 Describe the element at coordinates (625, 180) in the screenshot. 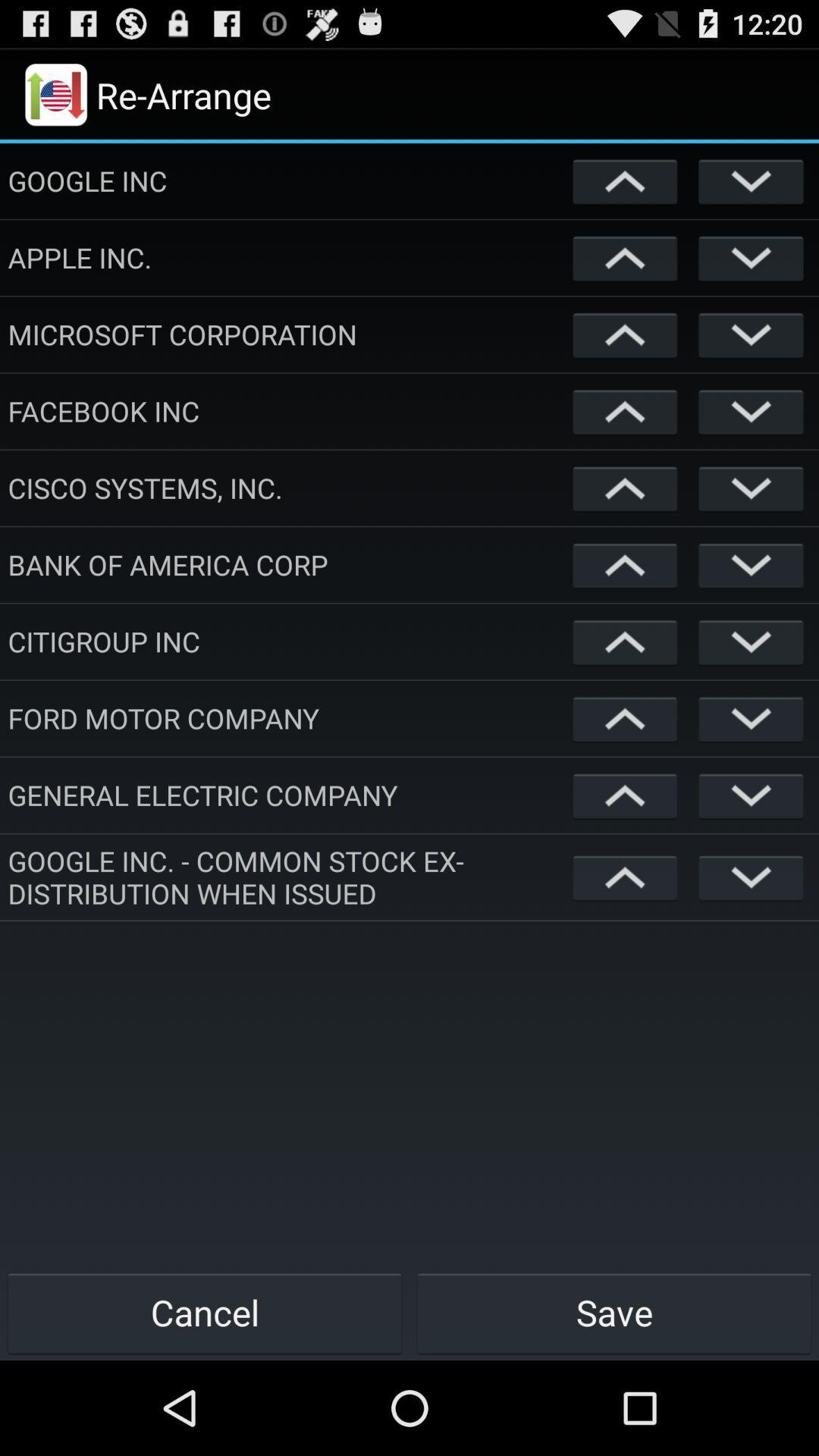

I see `option` at that location.